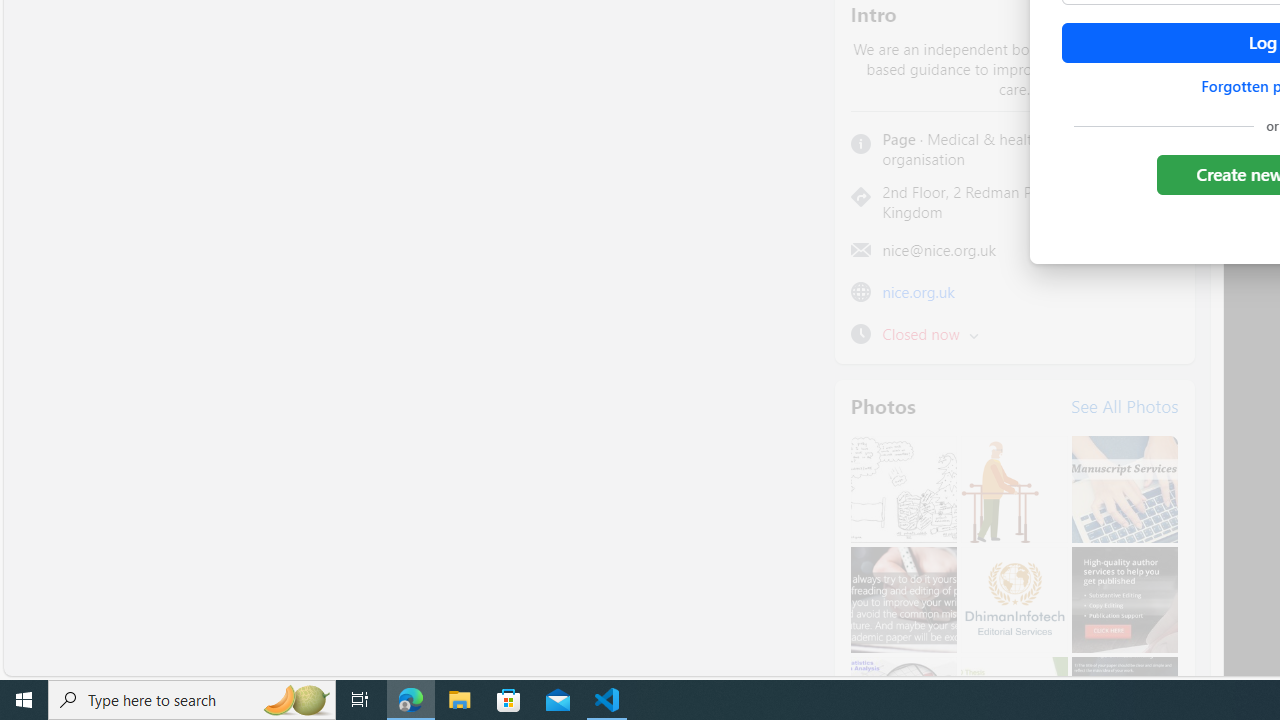  What do you see at coordinates (410, 698) in the screenshot?
I see `'Microsoft Edge - 1 running window'` at bounding box center [410, 698].